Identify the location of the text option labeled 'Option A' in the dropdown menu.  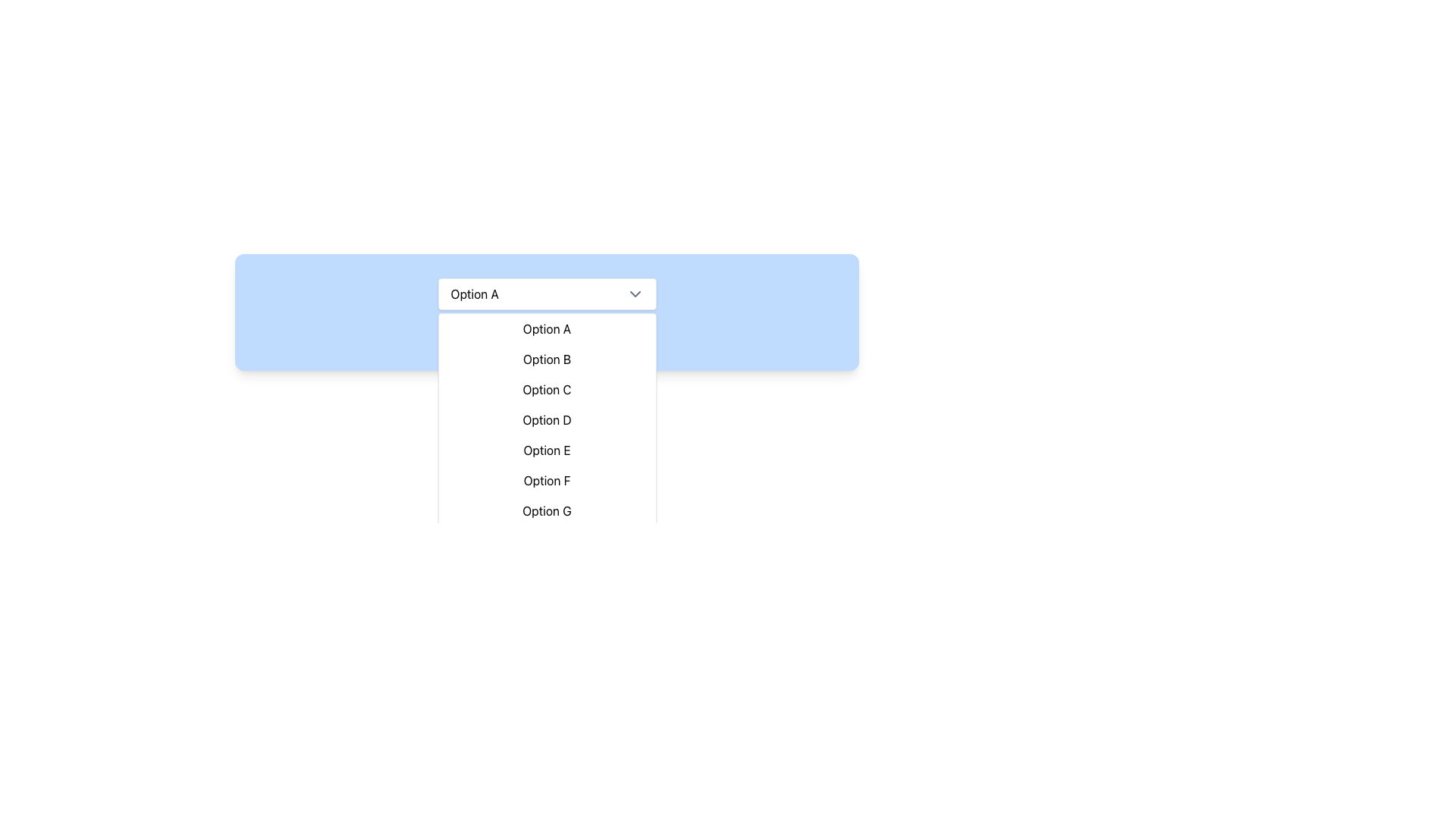
(546, 328).